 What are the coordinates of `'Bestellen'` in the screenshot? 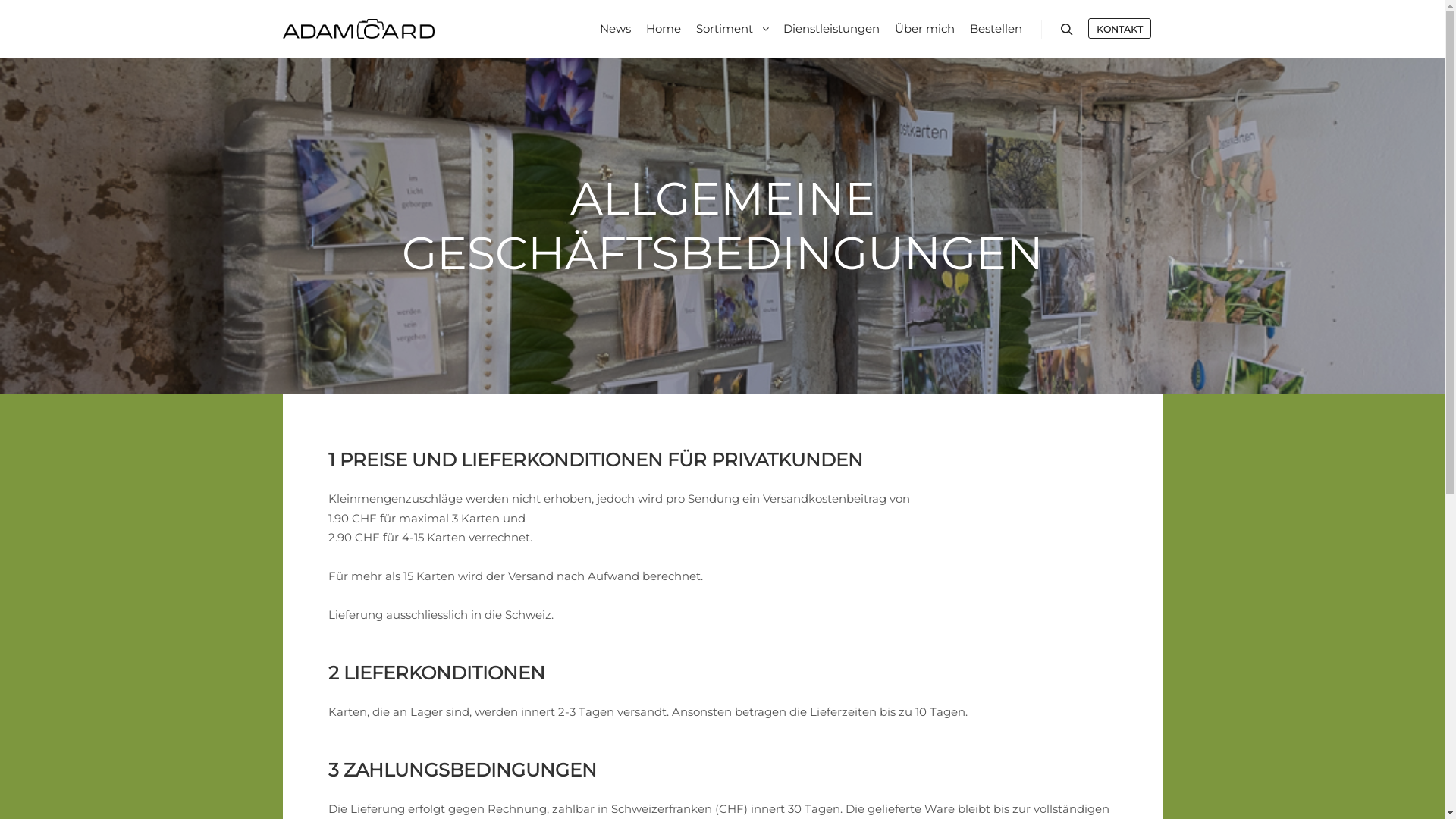 It's located at (995, 29).